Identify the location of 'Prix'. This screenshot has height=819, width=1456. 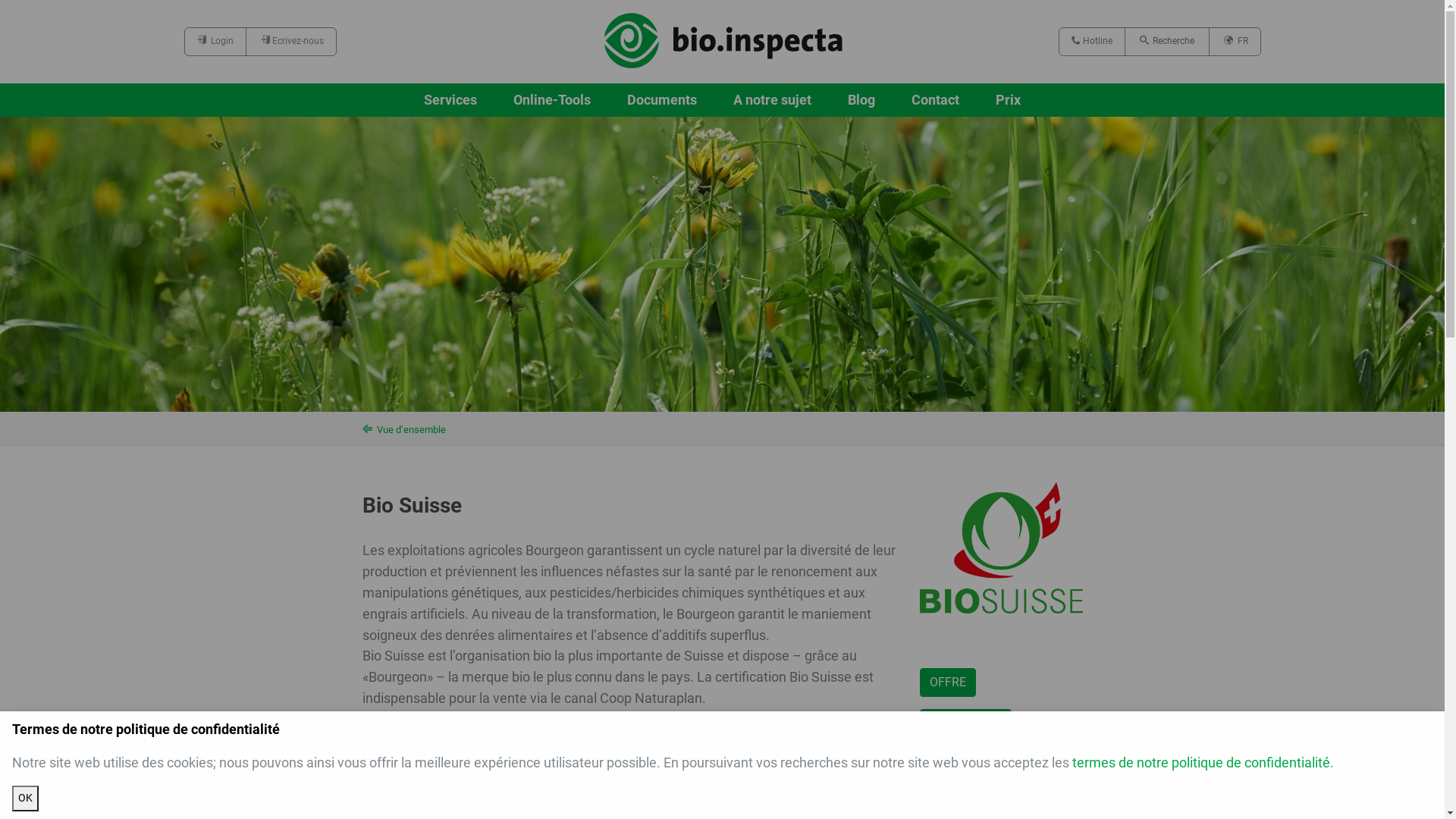
(996, 99).